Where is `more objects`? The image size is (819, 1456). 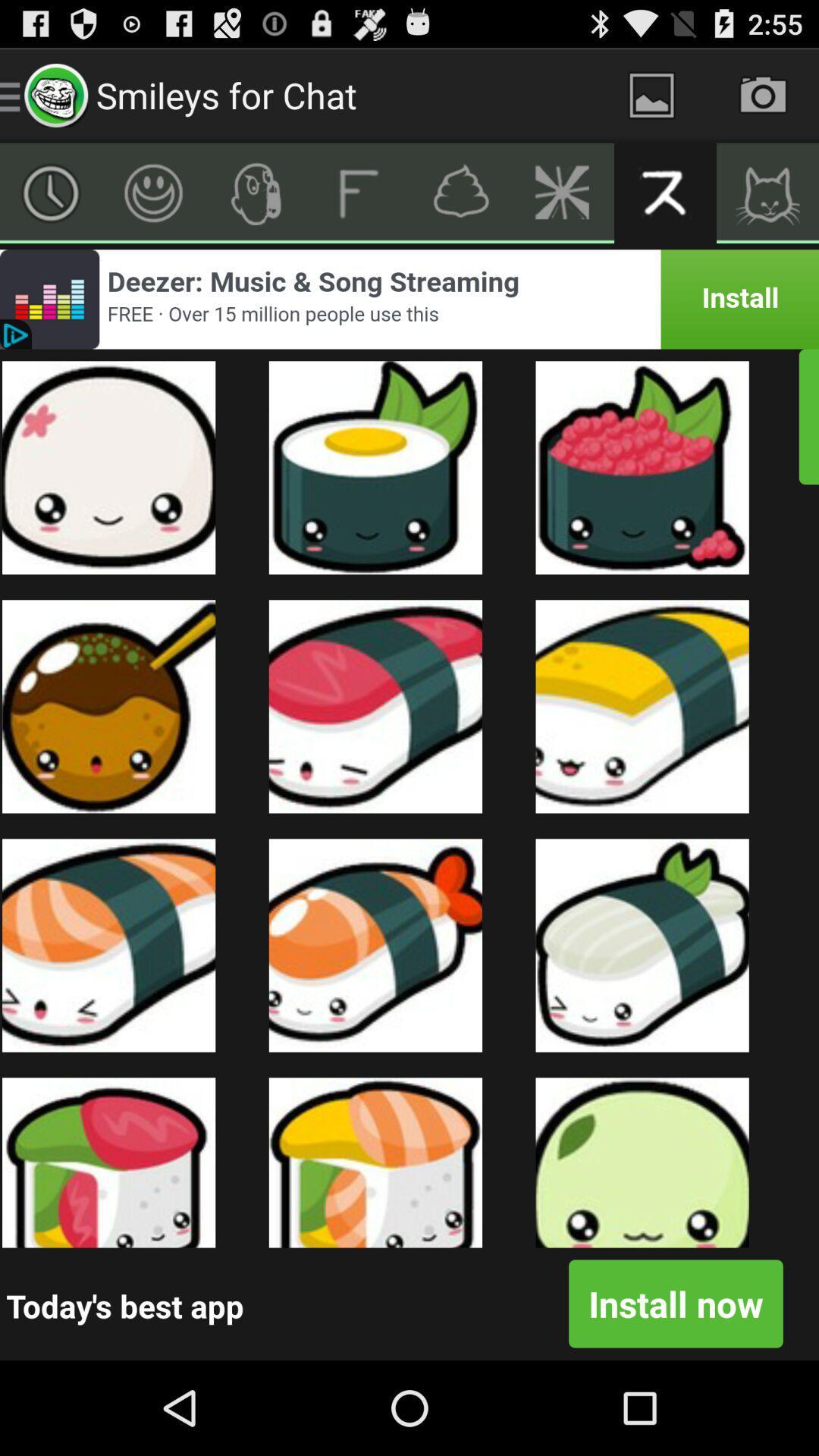 more objects is located at coordinates (50, 192).